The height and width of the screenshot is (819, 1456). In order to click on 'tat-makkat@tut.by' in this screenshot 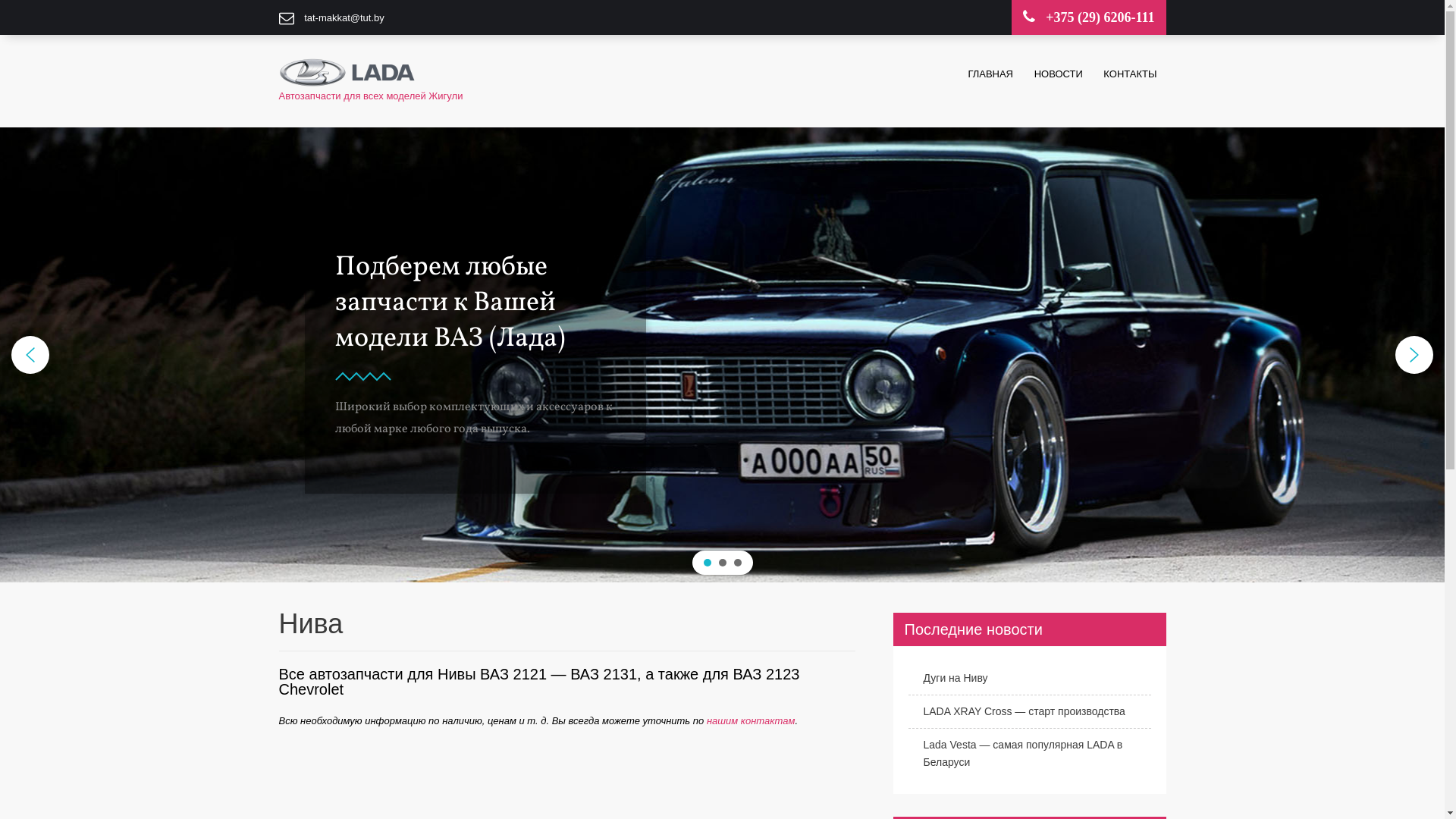, I will do `click(344, 17)`.